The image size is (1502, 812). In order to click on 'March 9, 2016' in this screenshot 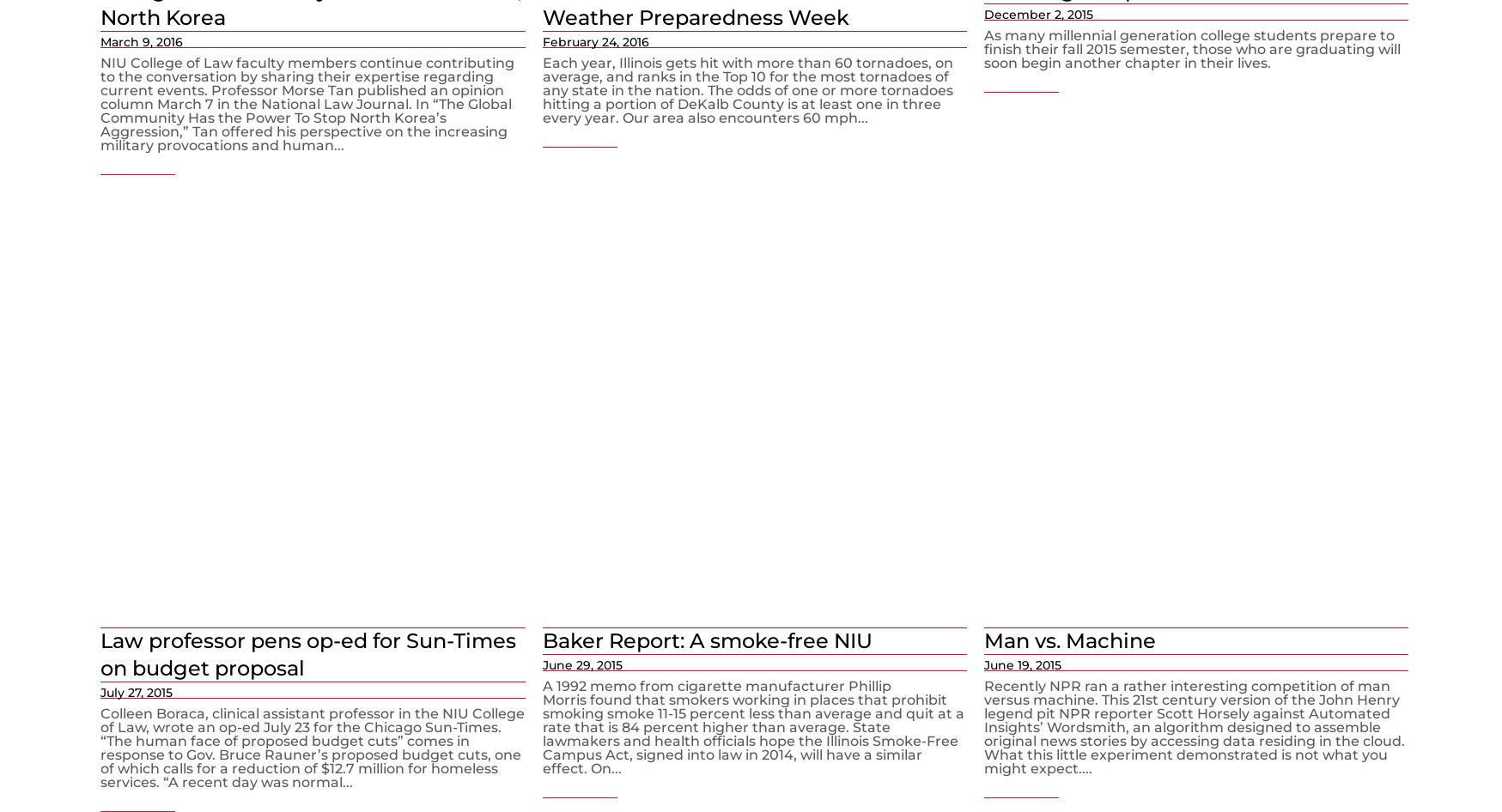, I will do `click(100, 40)`.